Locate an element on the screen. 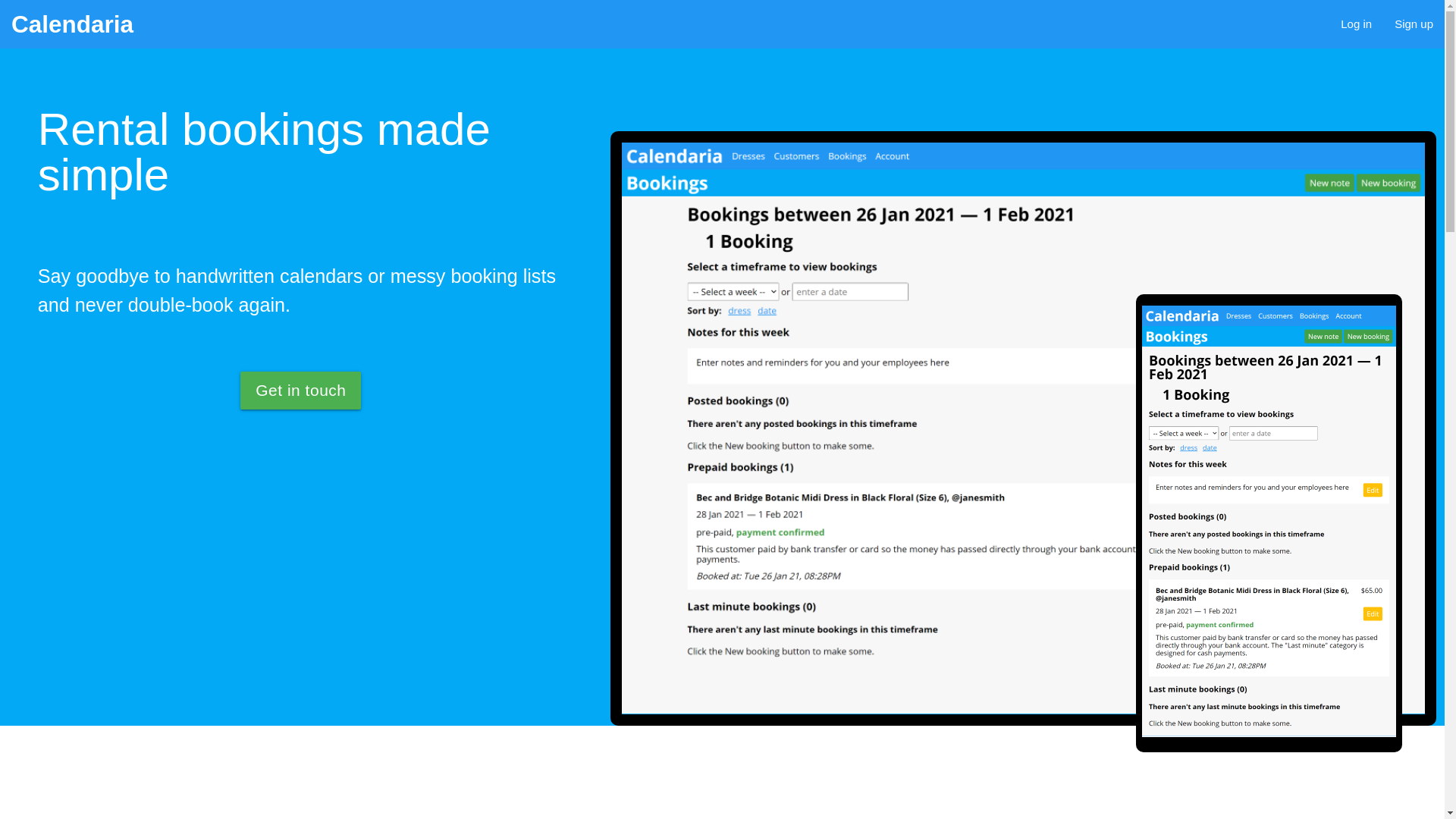 Image resolution: width=1456 pixels, height=819 pixels. 'Get in touch' is located at coordinates (300, 390).